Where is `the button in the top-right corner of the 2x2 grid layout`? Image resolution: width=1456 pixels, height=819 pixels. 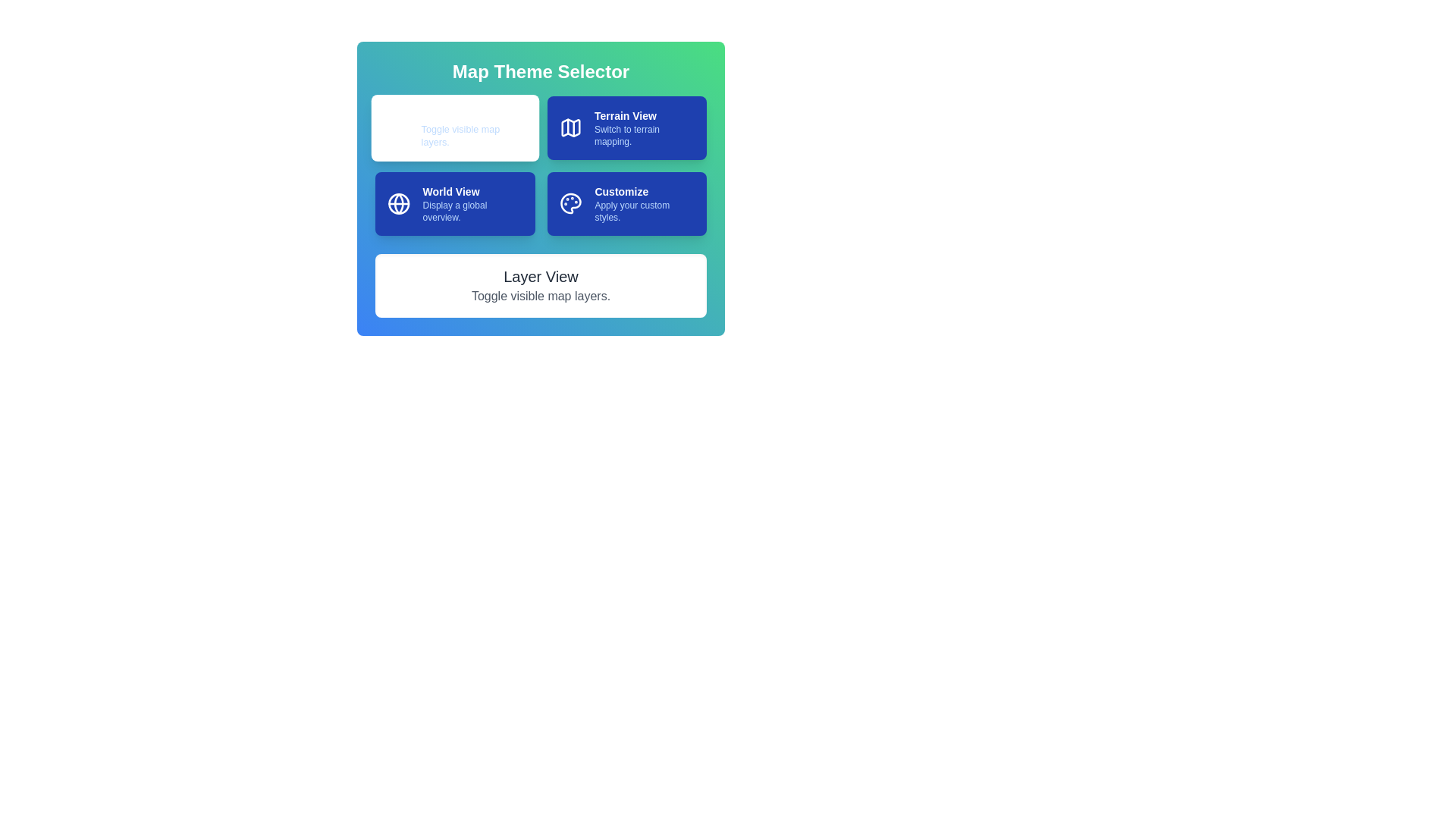
the button in the top-right corner of the 2x2 grid layout is located at coordinates (626, 127).